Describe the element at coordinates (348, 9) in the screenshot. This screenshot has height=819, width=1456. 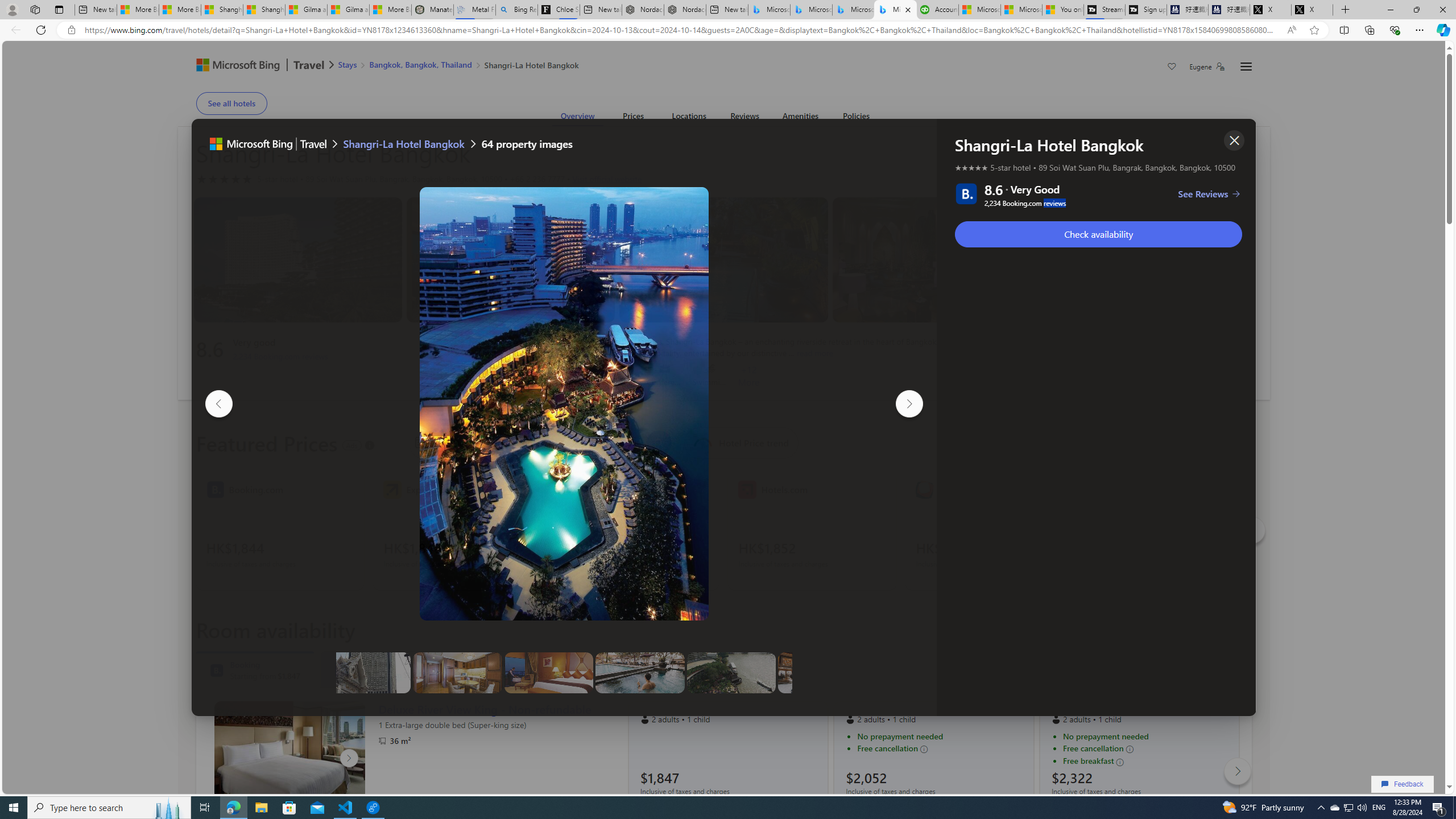
I see `'Gilma and Hector both pose tropical trouble for Hawaii'` at that location.